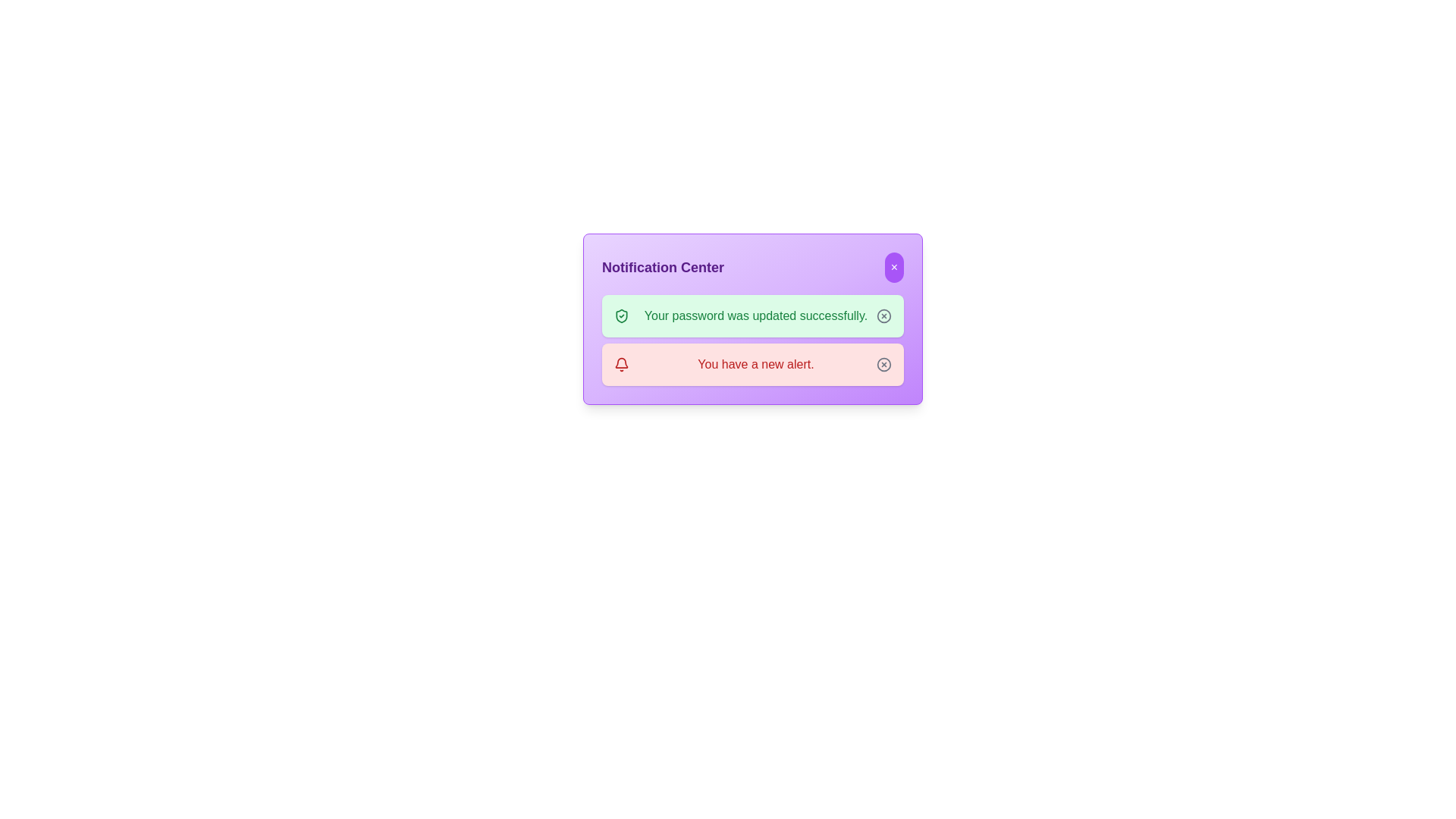 The height and width of the screenshot is (819, 1456). What do you see at coordinates (622, 365) in the screenshot?
I see `the bell icon, which is a two-tone SVG icon used for notifications, located in the second row of the alert notification panel, next to 'You have a new alert.'` at bounding box center [622, 365].